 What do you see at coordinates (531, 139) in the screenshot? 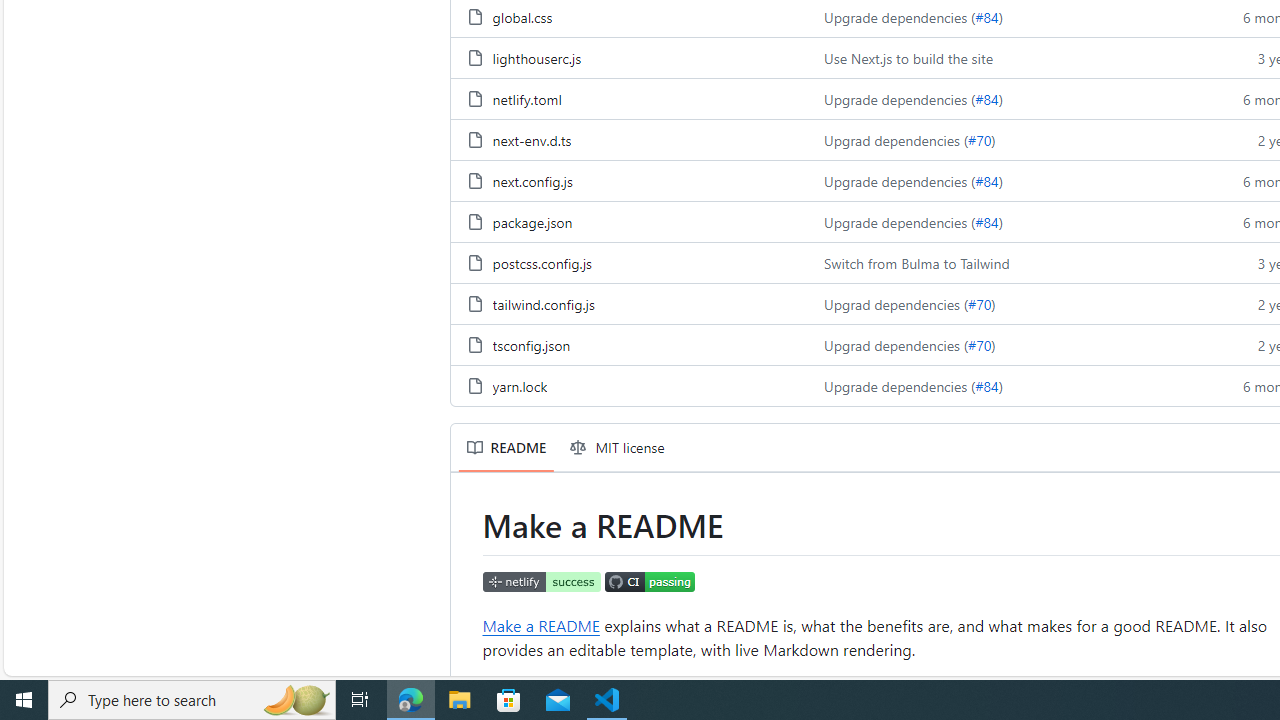
I see `'next-env.d.ts, (File)'` at bounding box center [531, 139].